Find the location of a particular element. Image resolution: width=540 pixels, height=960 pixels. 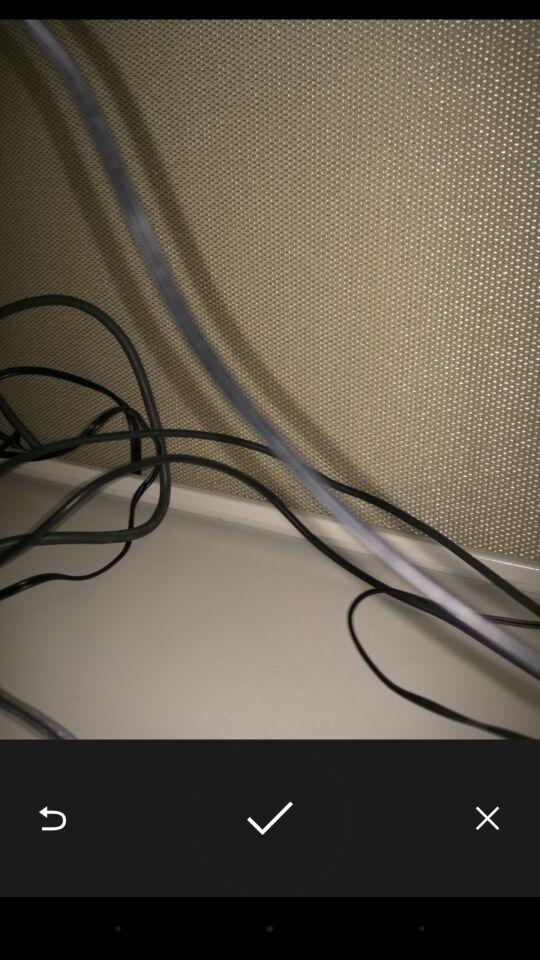

the close icon is located at coordinates (472, 917).